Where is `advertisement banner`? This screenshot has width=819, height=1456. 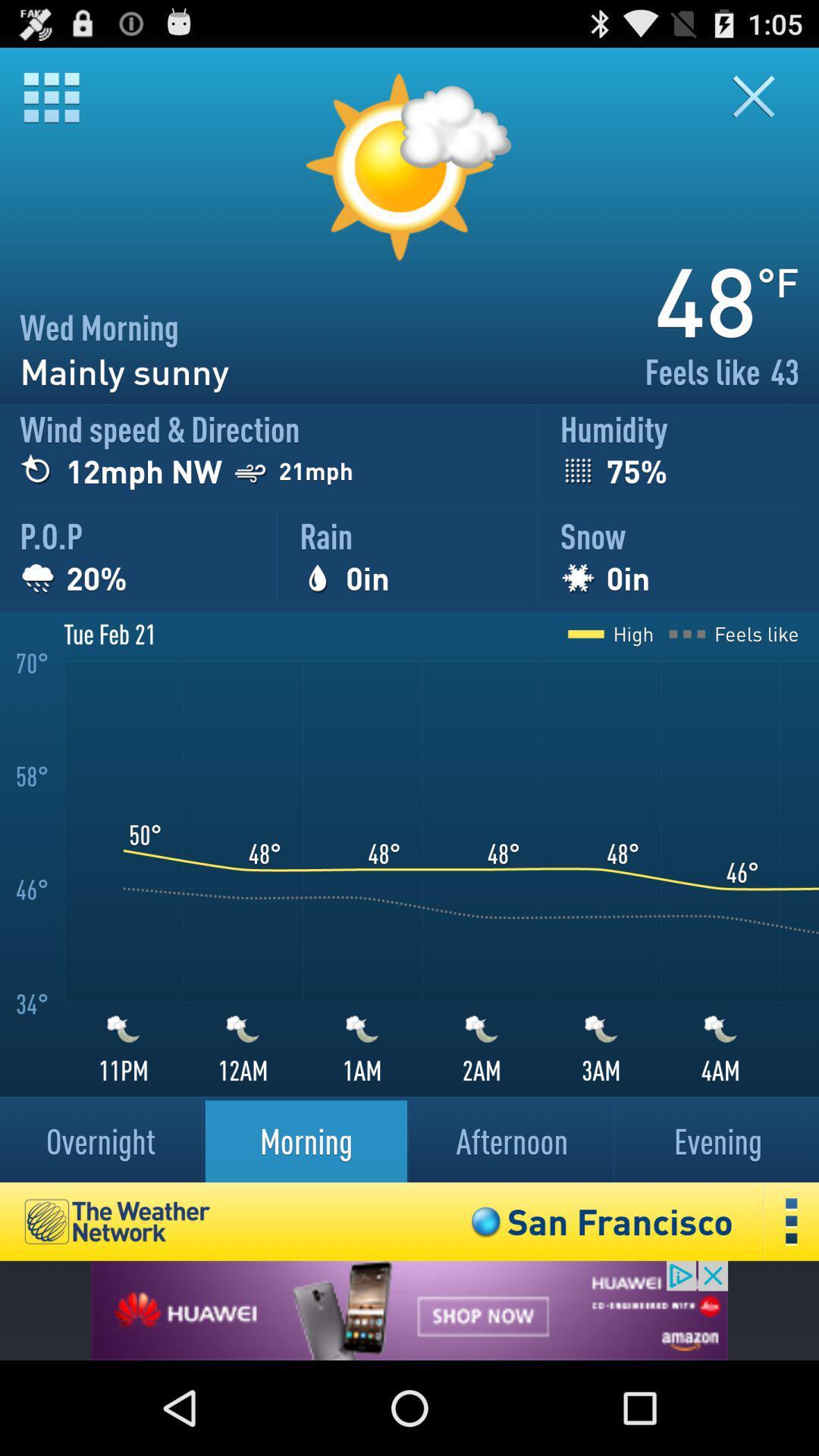
advertisement banner is located at coordinates (409, 1310).